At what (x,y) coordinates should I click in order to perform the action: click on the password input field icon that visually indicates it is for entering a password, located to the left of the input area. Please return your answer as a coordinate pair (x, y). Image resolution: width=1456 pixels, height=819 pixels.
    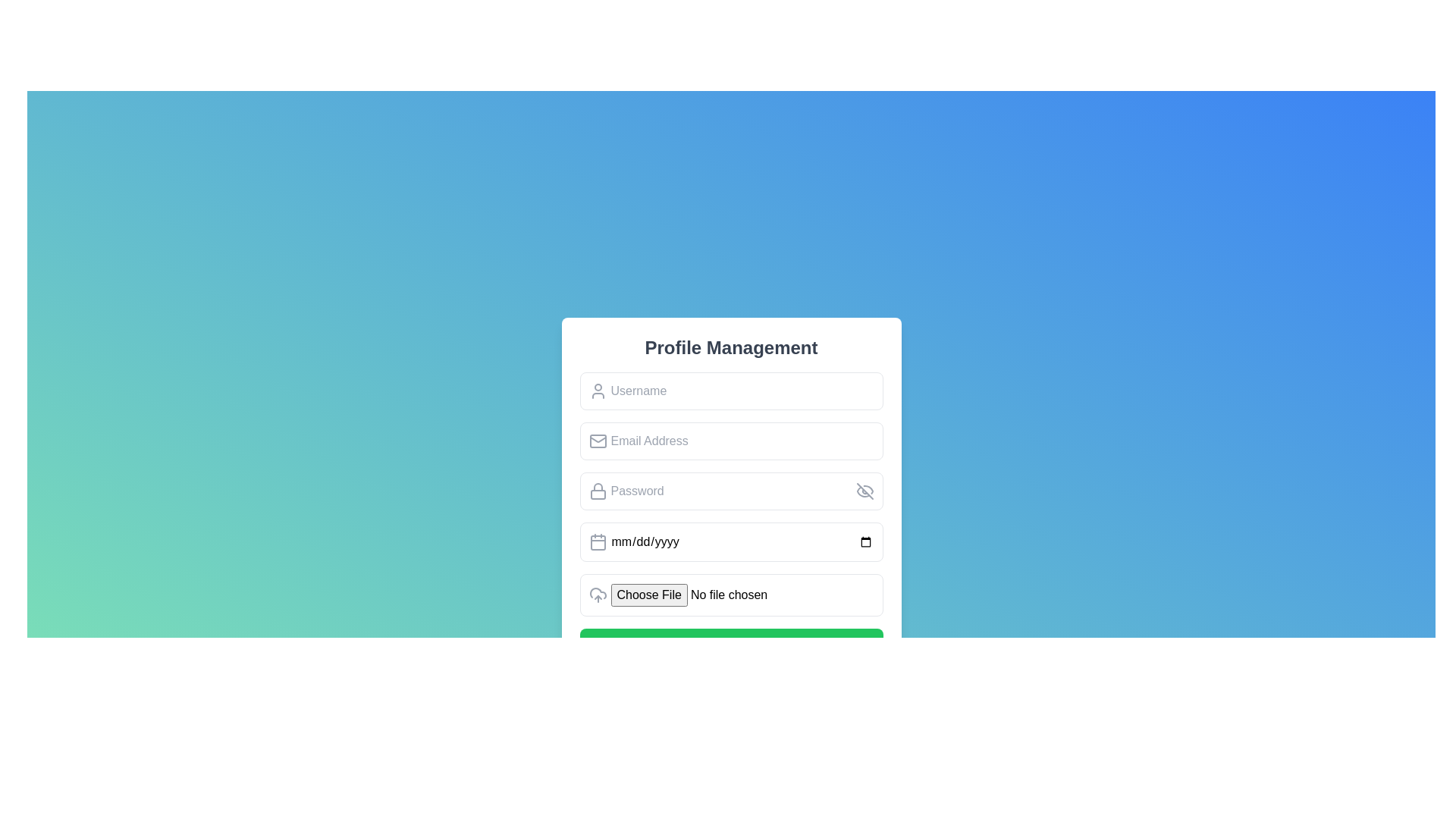
    Looking at the image, I should click on (597, 491).